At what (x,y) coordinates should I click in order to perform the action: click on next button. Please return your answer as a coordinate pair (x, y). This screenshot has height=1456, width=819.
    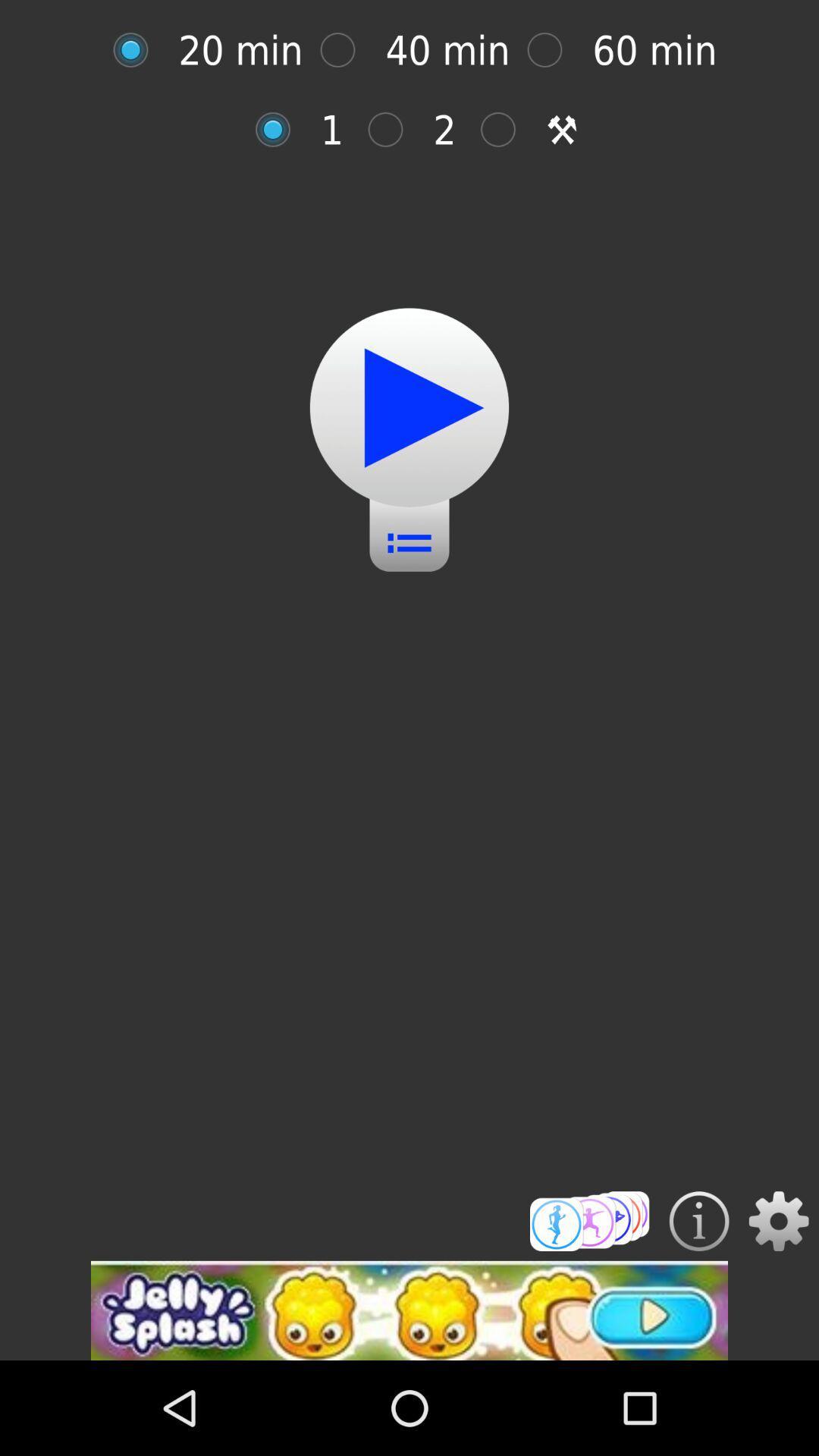
    Looking at the image, I should click on (409, 407).